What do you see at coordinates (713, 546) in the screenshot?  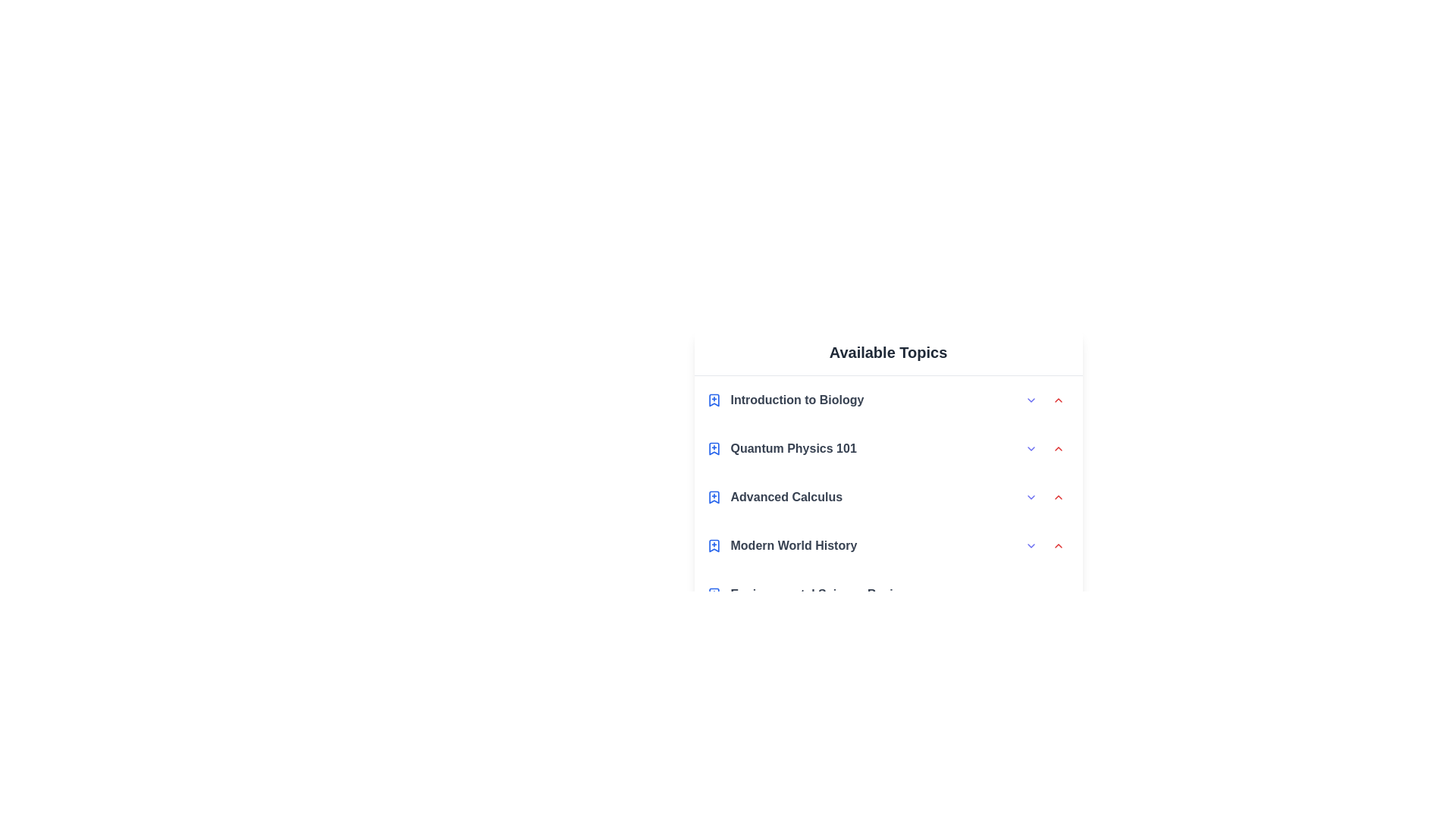 I see `the bookmark icon of the topic Modern World History` at bounding box center [713, 546].